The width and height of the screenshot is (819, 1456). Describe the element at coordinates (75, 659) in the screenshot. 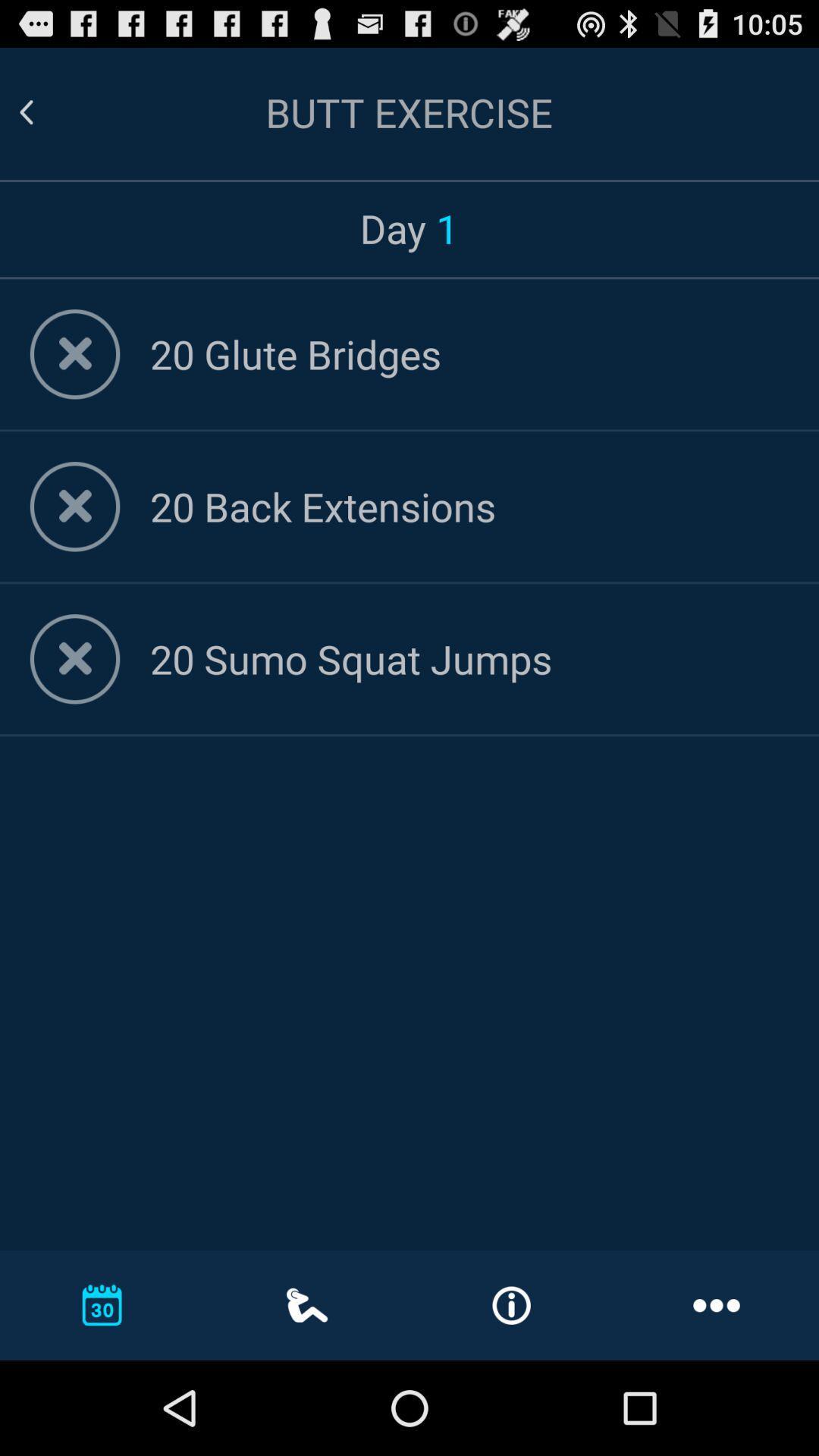

I see `delete the exercise` at that location.